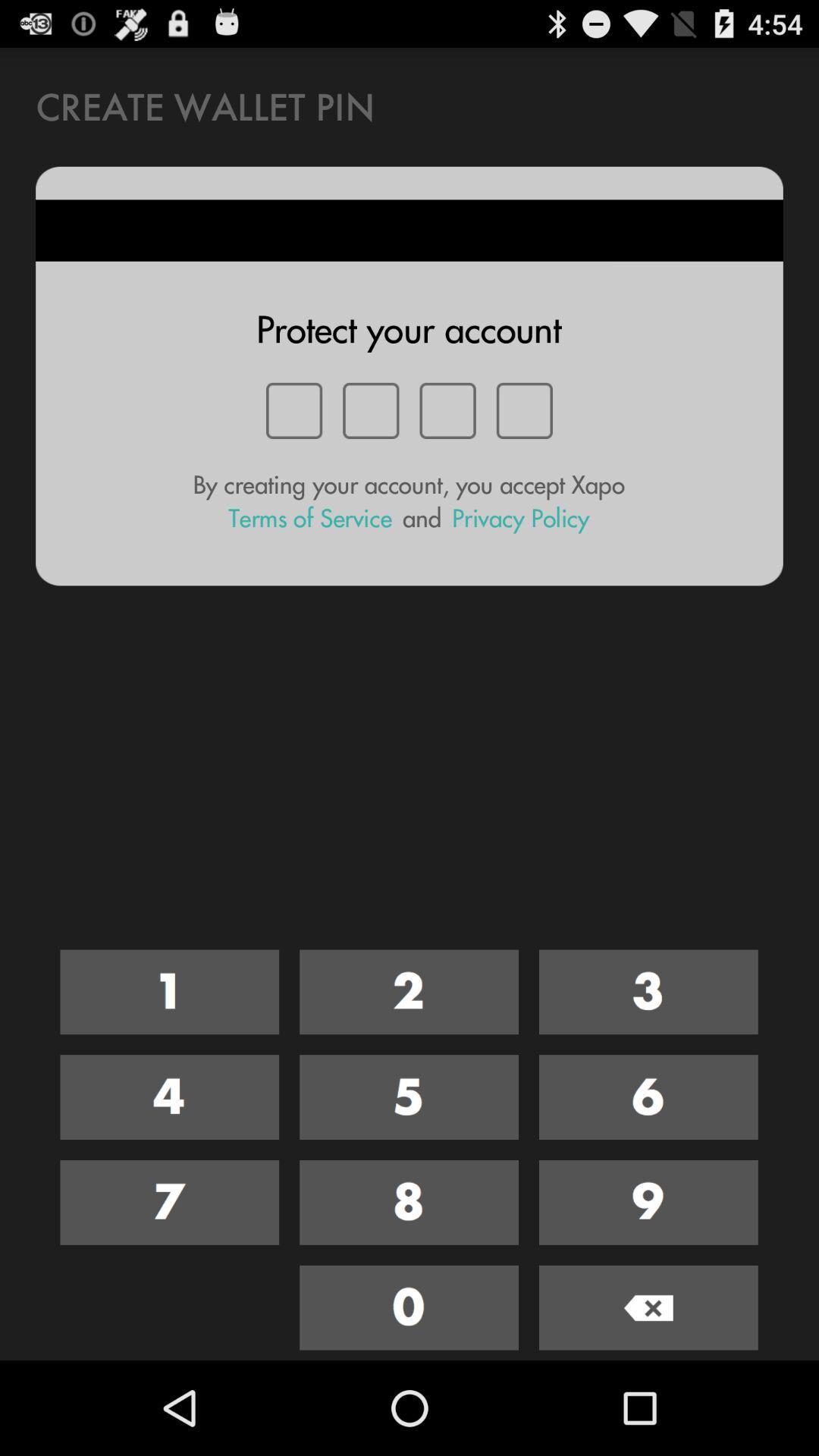 The width and height of the screenshot is (819, 1456). I want to click on the number 9, so click(648, 1201).